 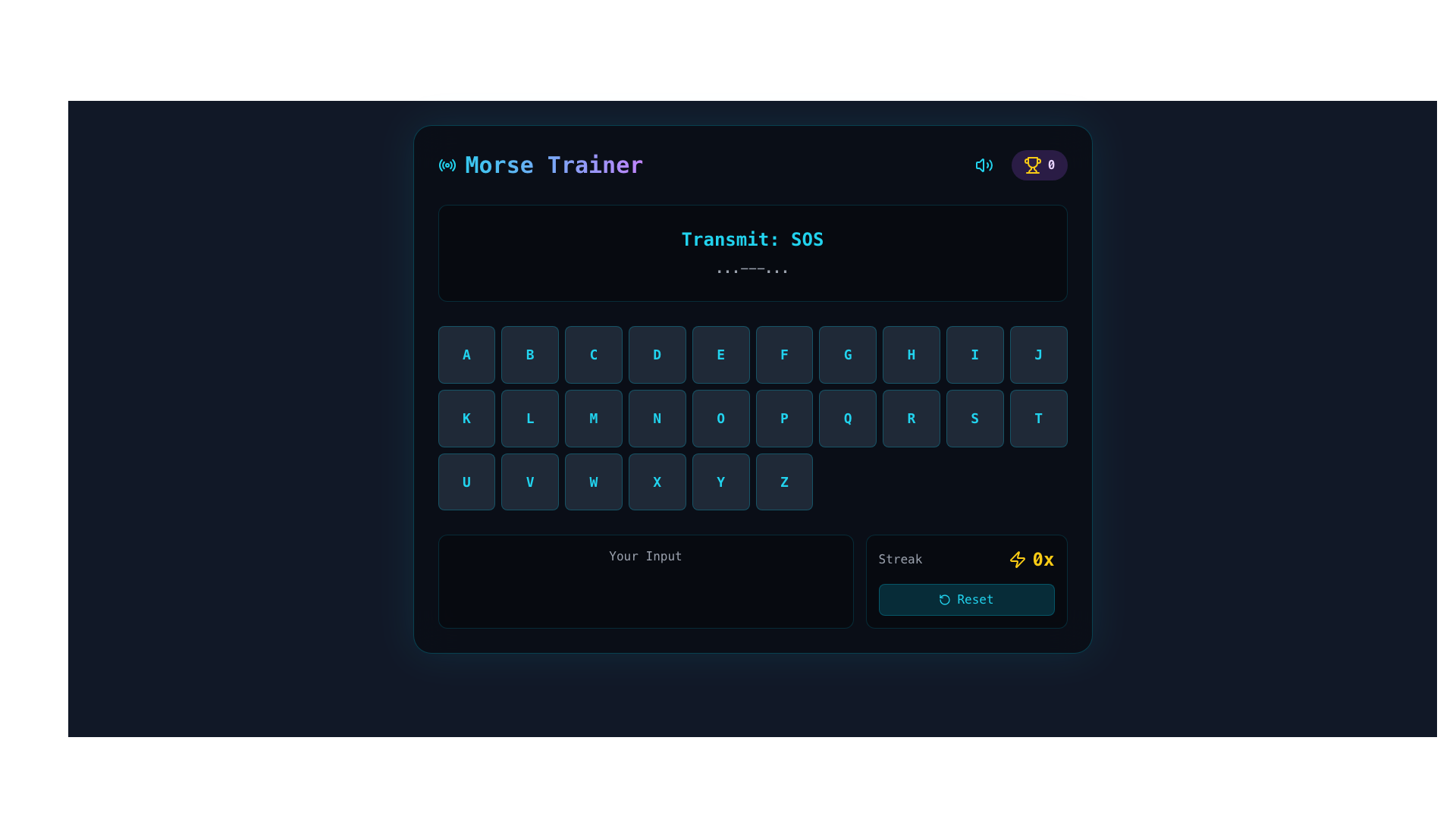 What do you see at coordinates (720, 482) in the screenshot?
I see `the interactive button representing the letter 'Y'` at bounding box center [720, 482].